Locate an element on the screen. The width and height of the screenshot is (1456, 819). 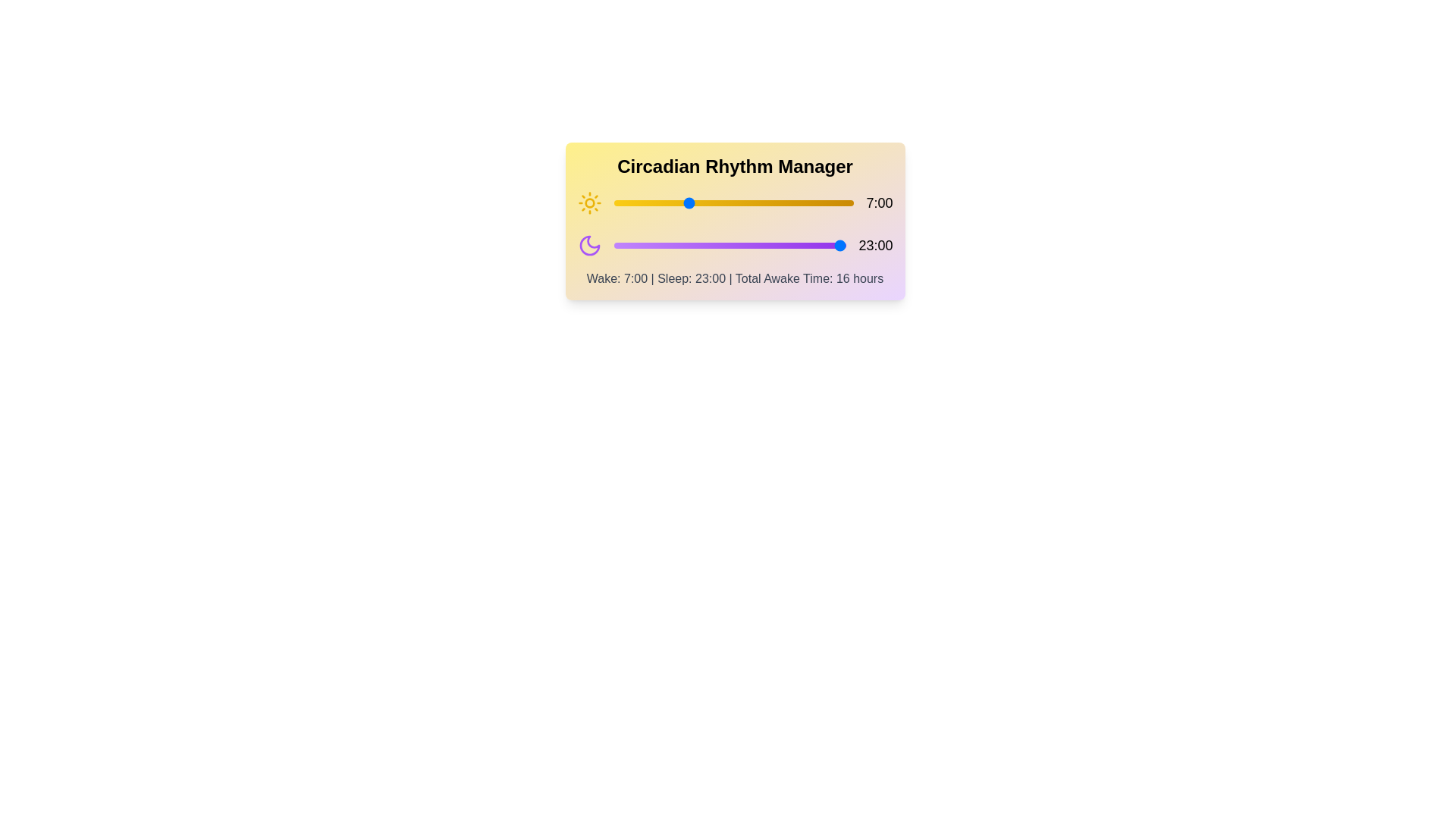
the wake time slider to 10 hours is located at coordinates (717, 202).